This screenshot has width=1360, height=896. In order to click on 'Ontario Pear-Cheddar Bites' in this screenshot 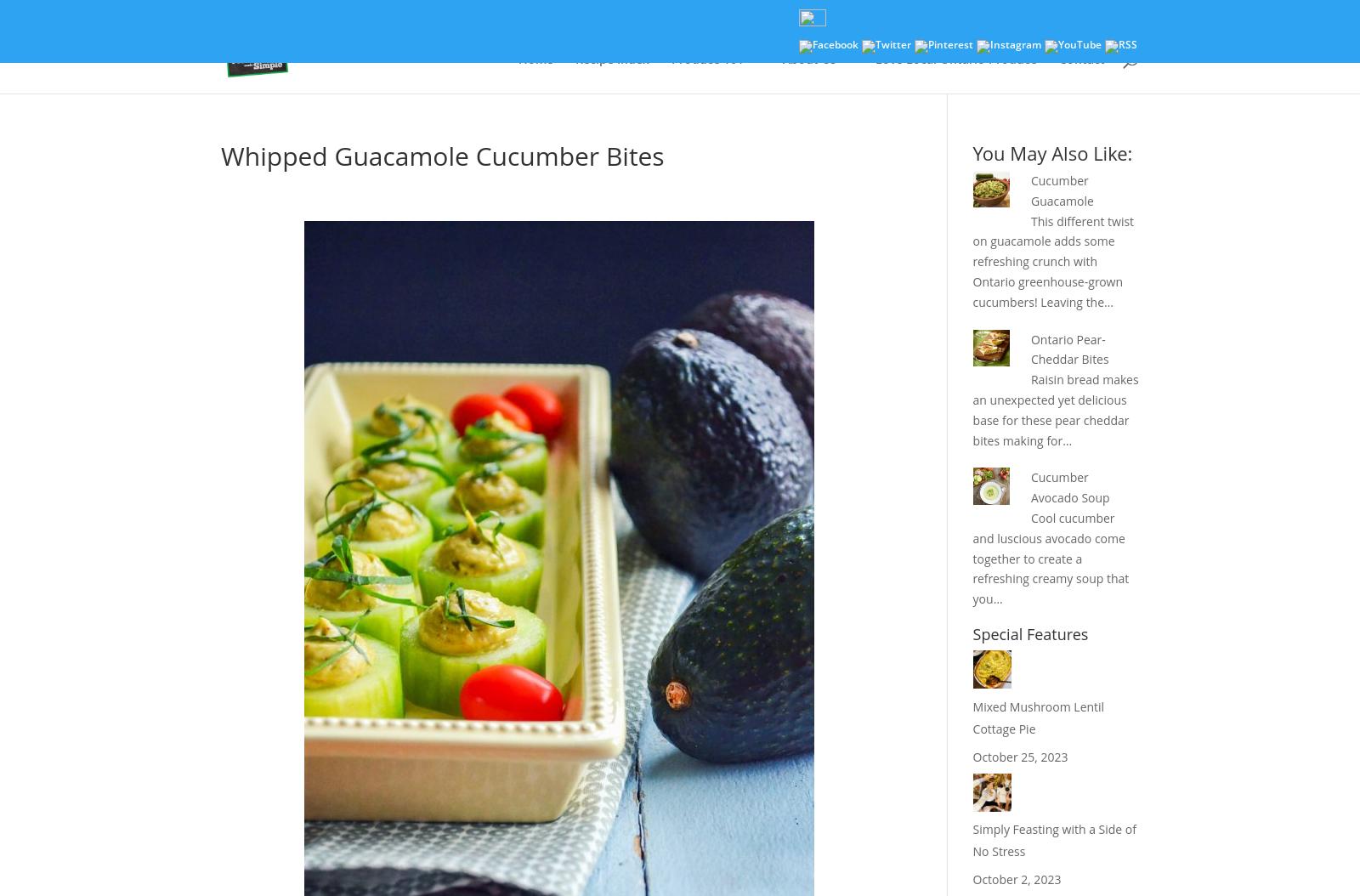, I will do `click(1029, 348)`.